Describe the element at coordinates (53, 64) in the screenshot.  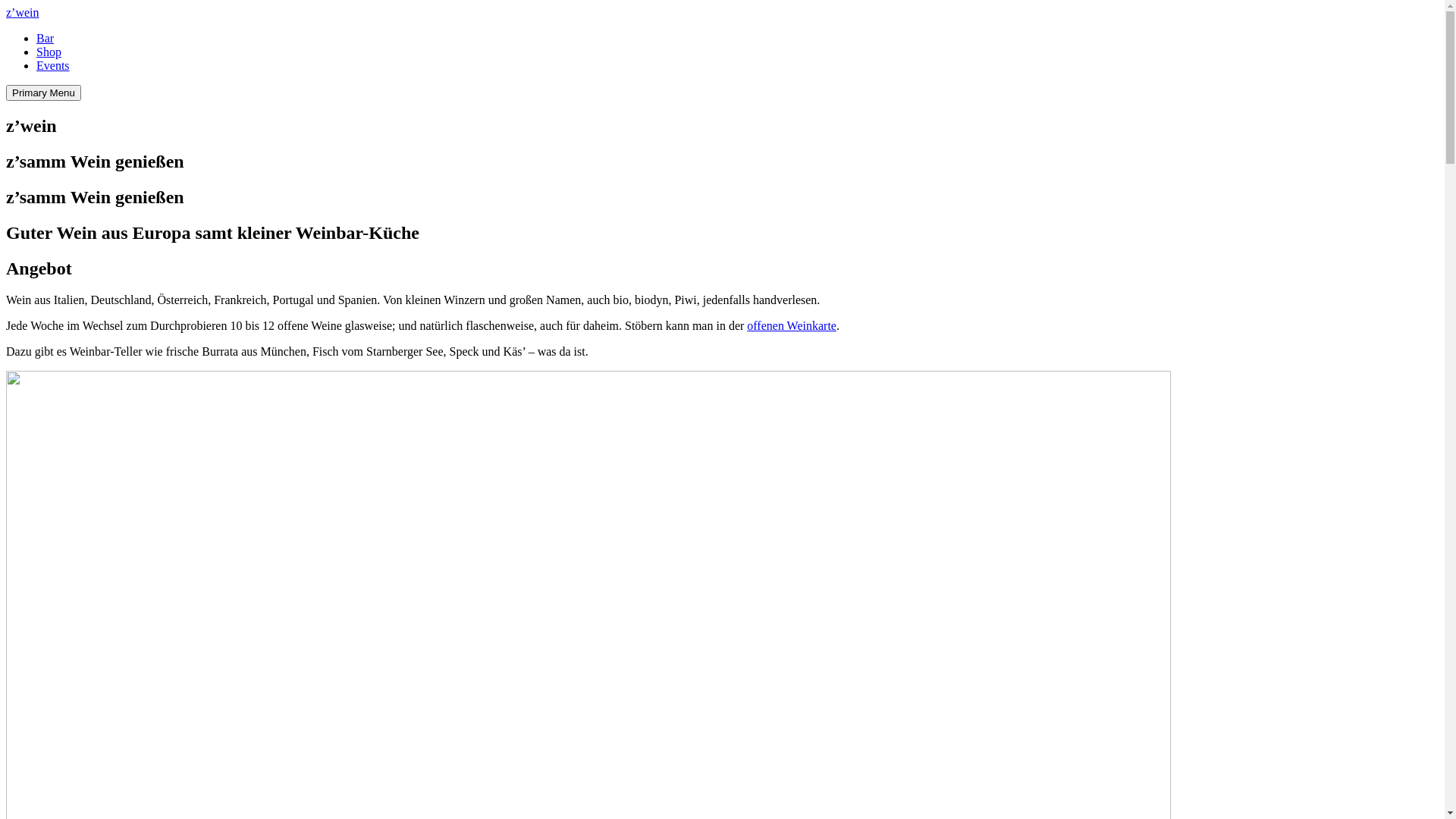
I see `'Events'` at that location.